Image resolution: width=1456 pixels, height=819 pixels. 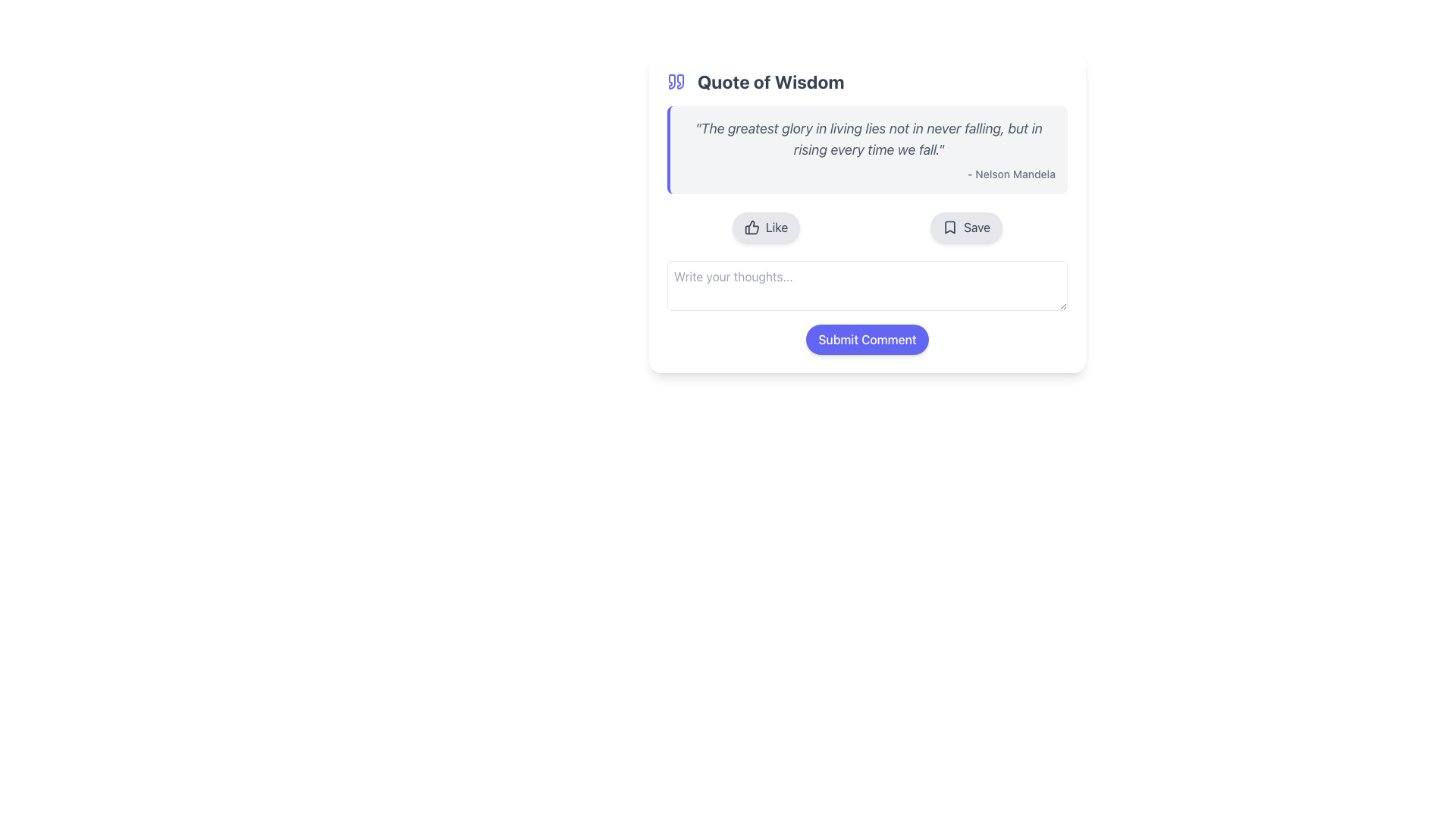 What do you see at coordinates (752, 227) in the screenshot?
I see `the thumbs-up icon located on the left-hand side of the 'Like' button group below the quote text` at bounding box center [752, 227].